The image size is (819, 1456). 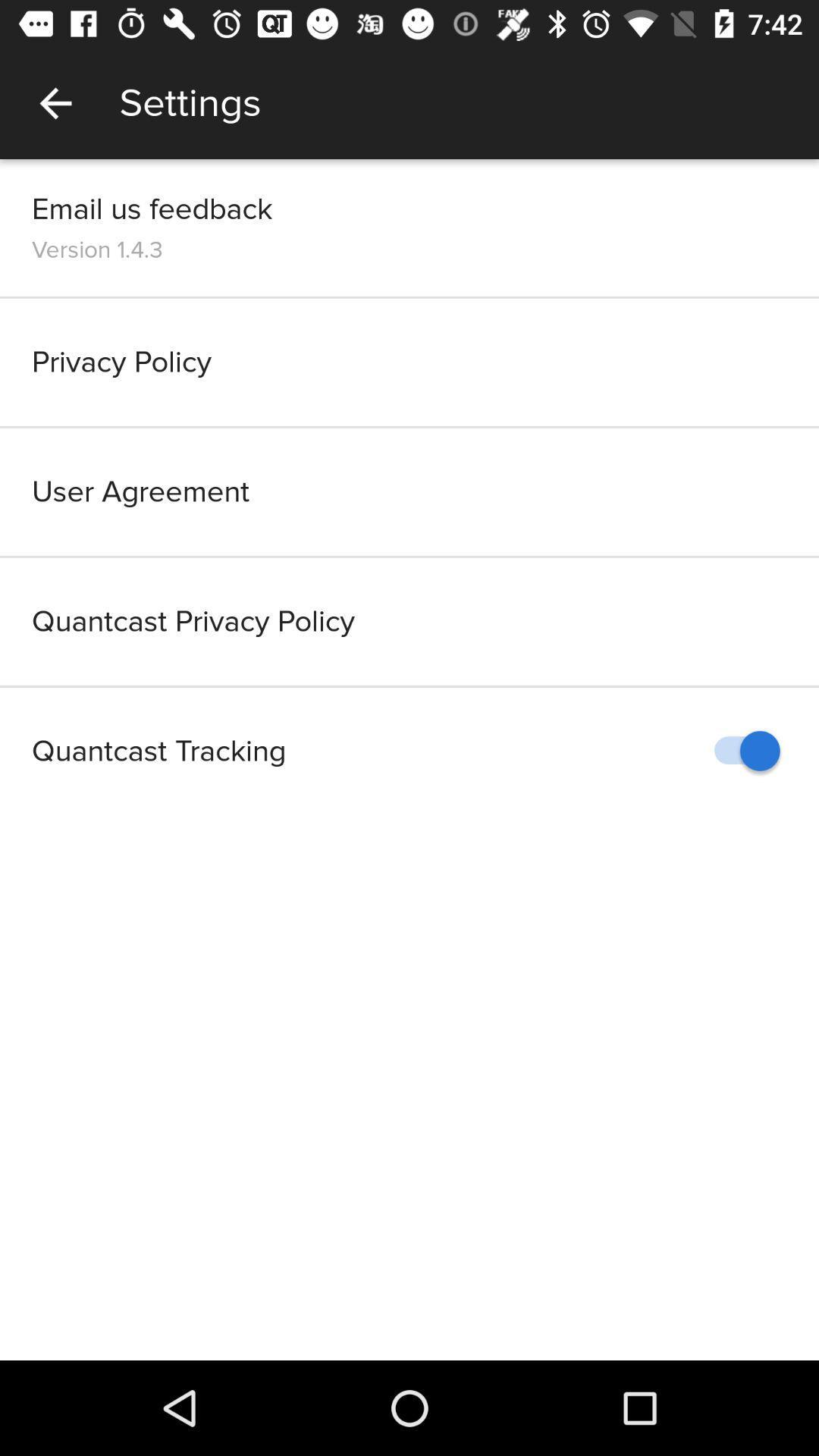 I want to click on the app next to settings app, so click(x=55, y=102).